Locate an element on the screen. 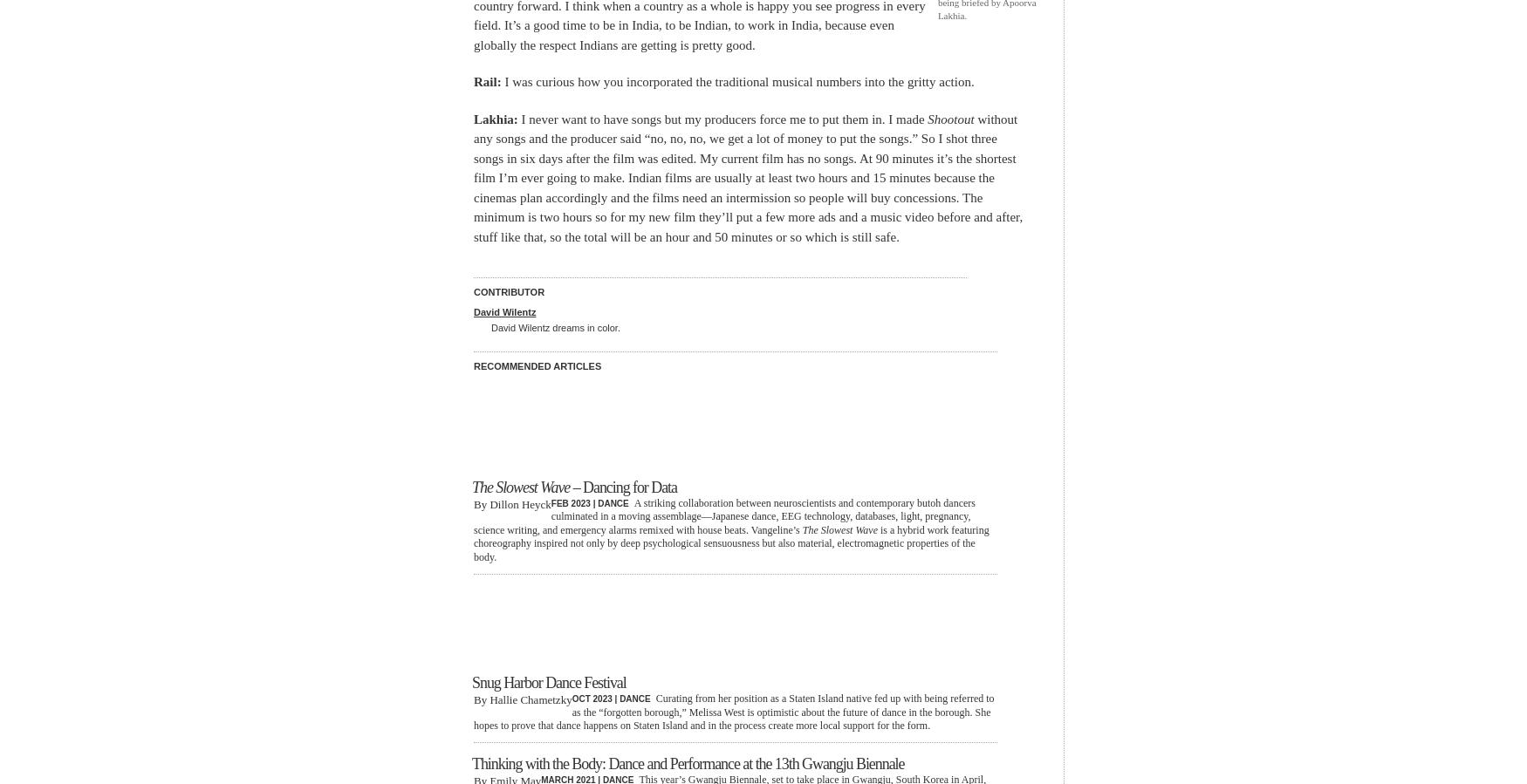  'is a hybrid work featuring choreography inspired not only by deep psychological sensuousness but also material, electromagnetic properties of the body.' is located at coordinates (731, 542).